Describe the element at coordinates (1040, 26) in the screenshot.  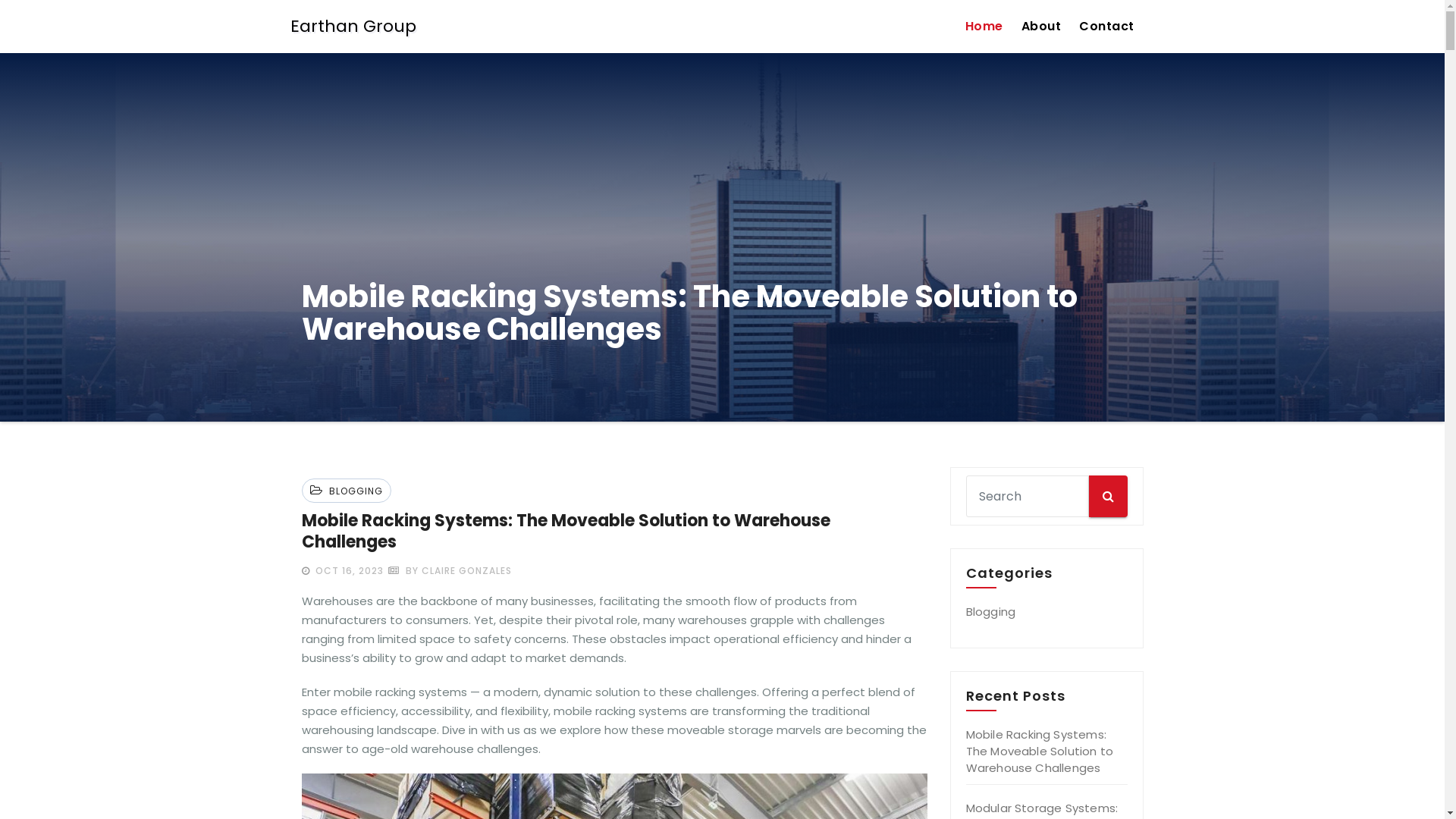
I see `'About'` at that location.